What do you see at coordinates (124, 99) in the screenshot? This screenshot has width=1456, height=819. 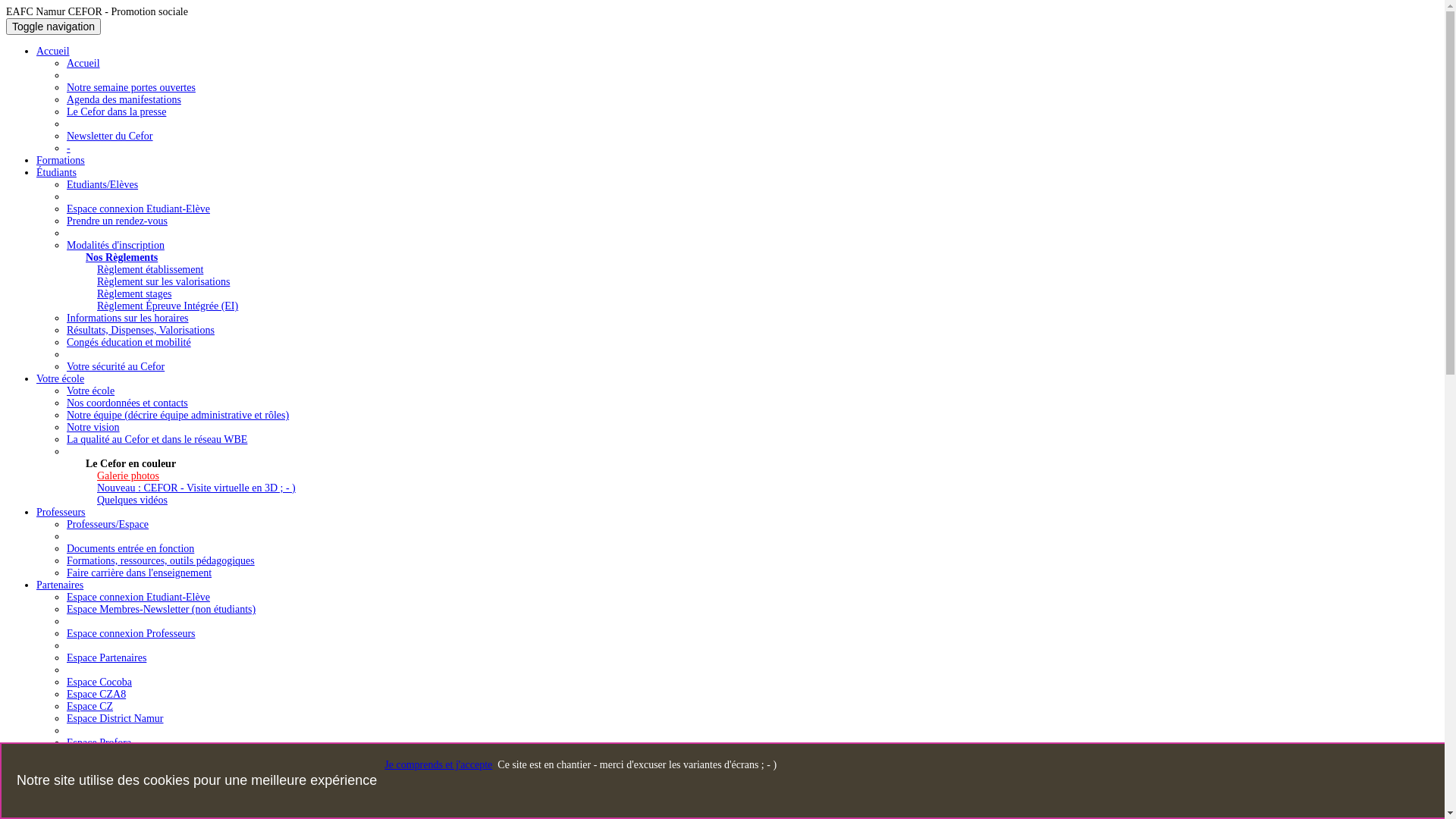 I see `'Agenda des manifestations'` at bounding box center [124, 99].